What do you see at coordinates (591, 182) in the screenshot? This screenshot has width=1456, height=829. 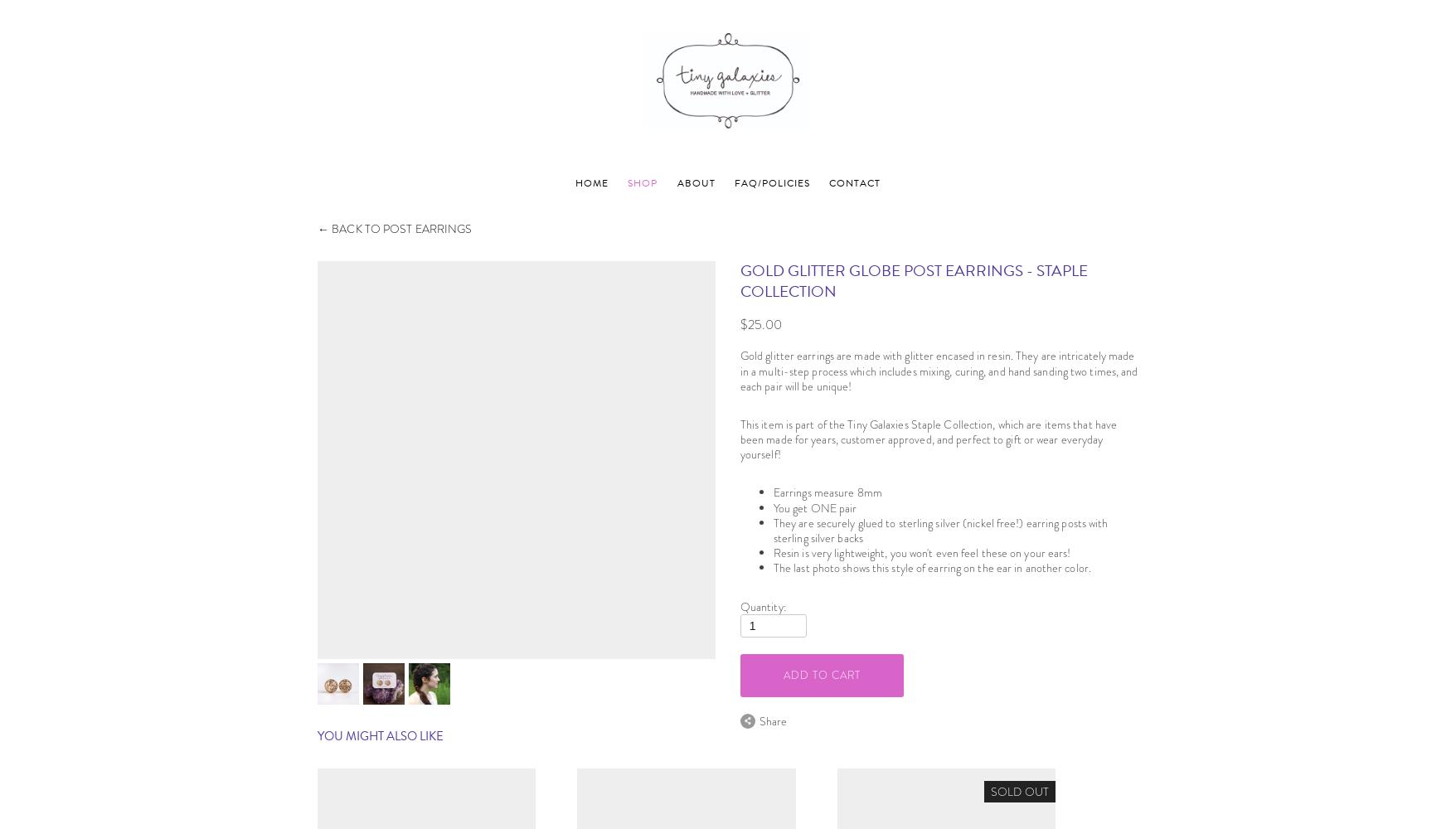 I see `'Home'` at bounding box center [591, 182].